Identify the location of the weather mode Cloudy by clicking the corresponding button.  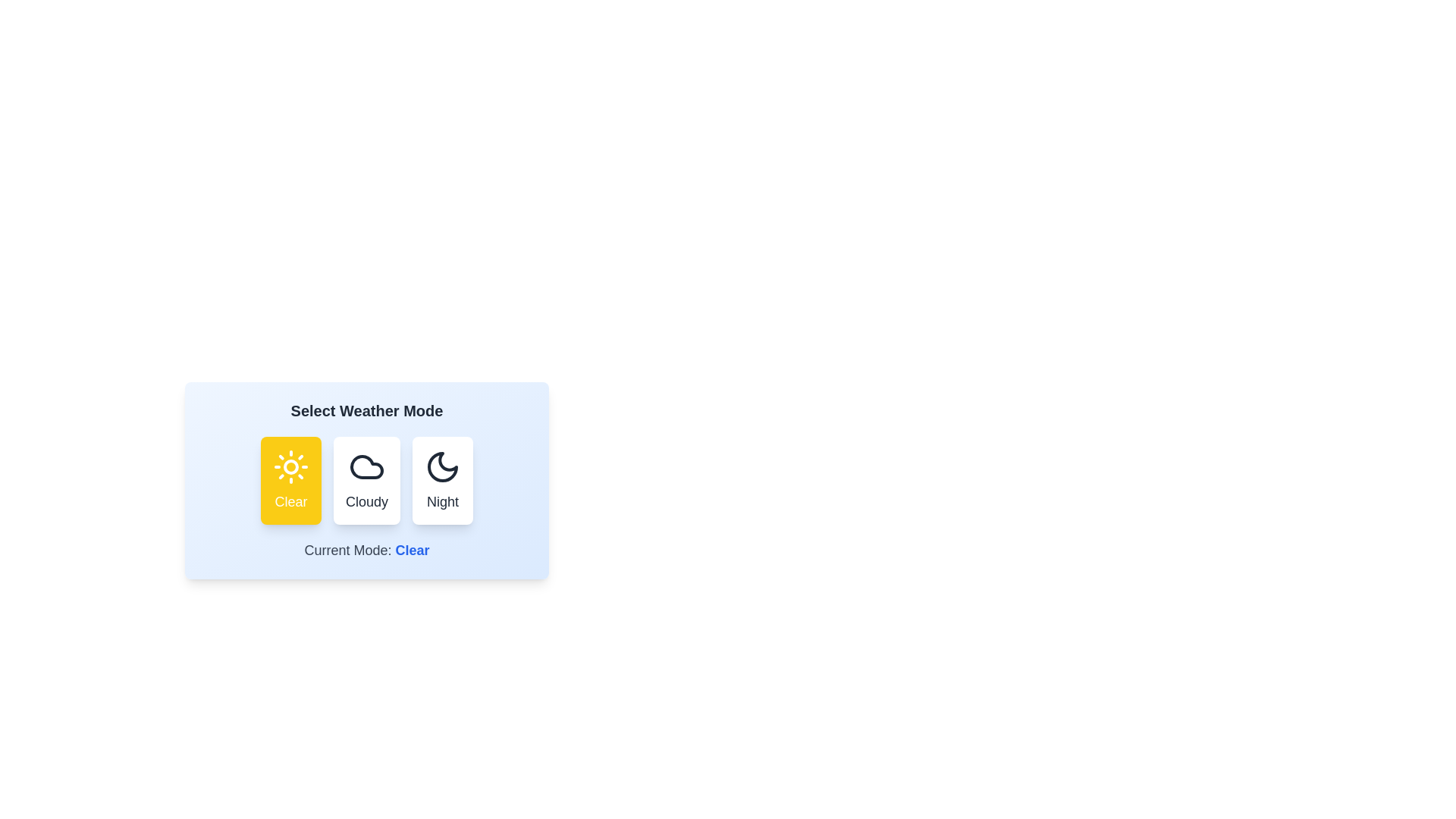
(367, 480).